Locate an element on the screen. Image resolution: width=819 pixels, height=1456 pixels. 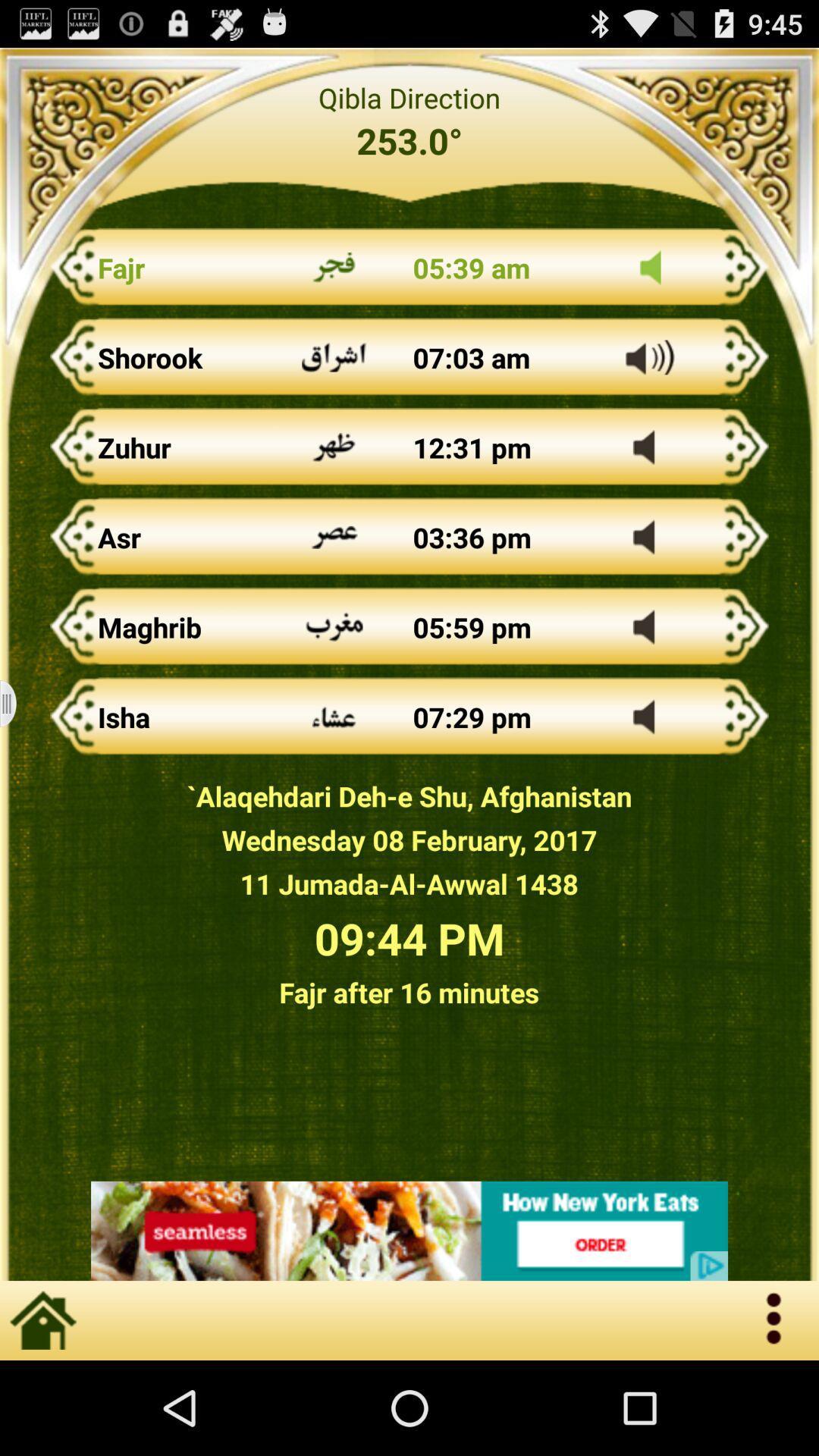
goto previous window is located at coordinates (17, 703).